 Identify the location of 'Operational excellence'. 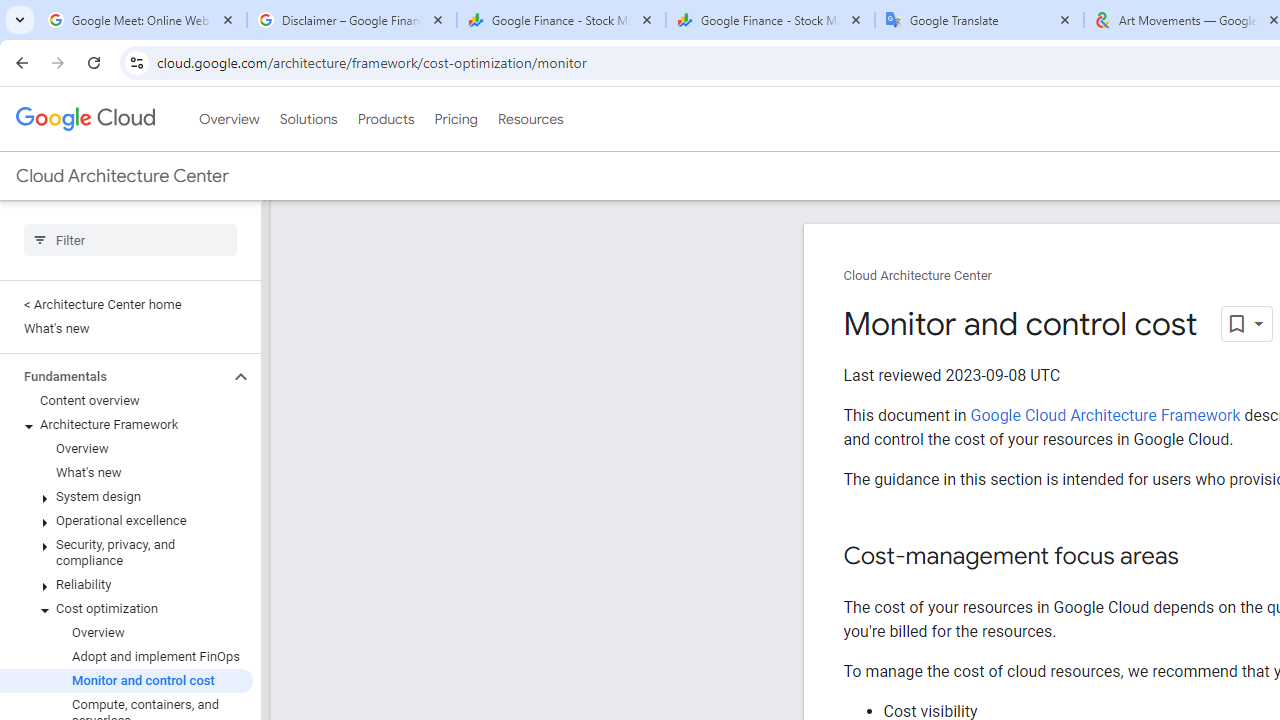
(125, 519).